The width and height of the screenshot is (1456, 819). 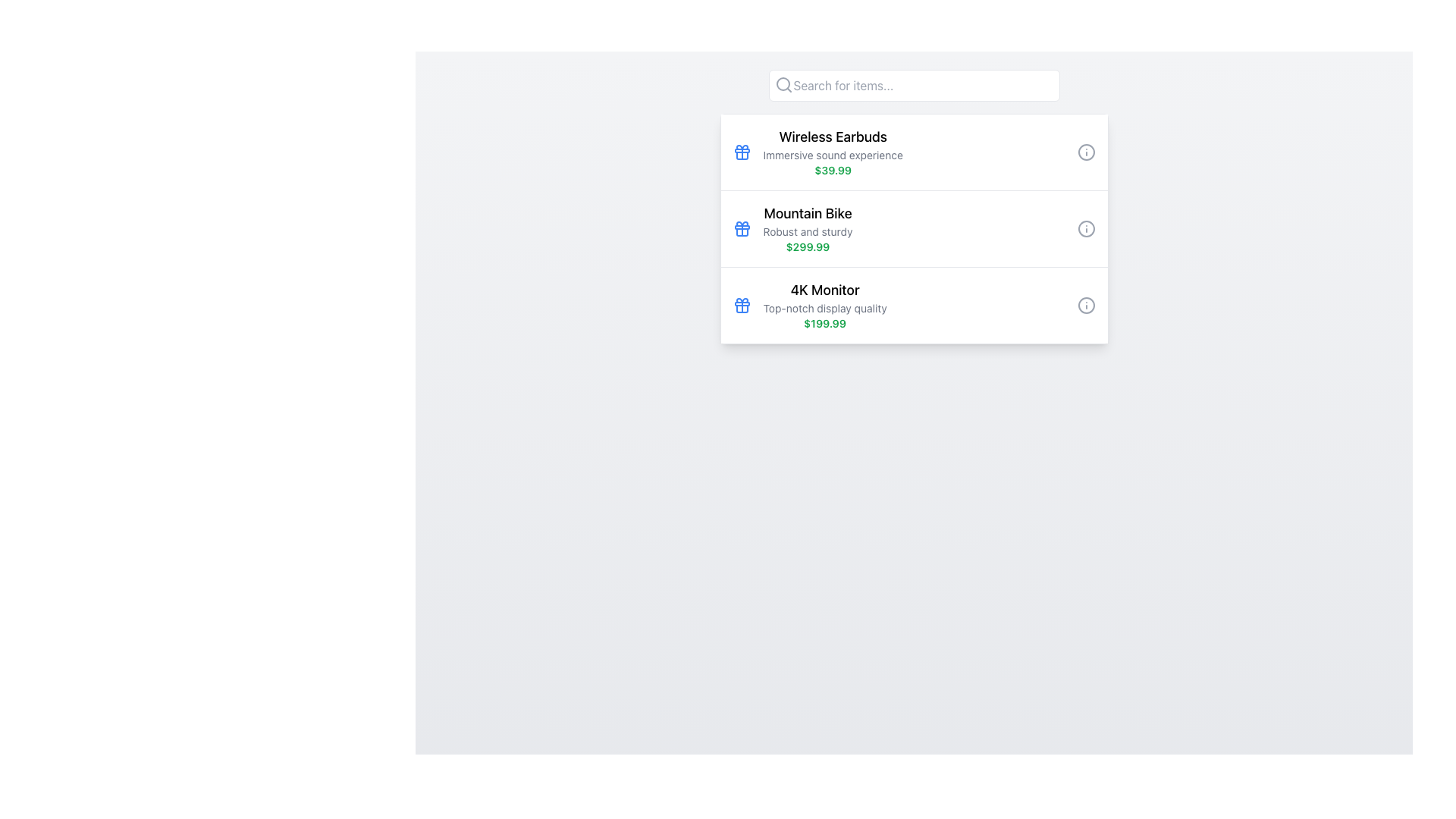 I want to click on the bottom portion of the gift box icon located to the left of the '4K Monitor' text entry, so click(x=742, y=308).